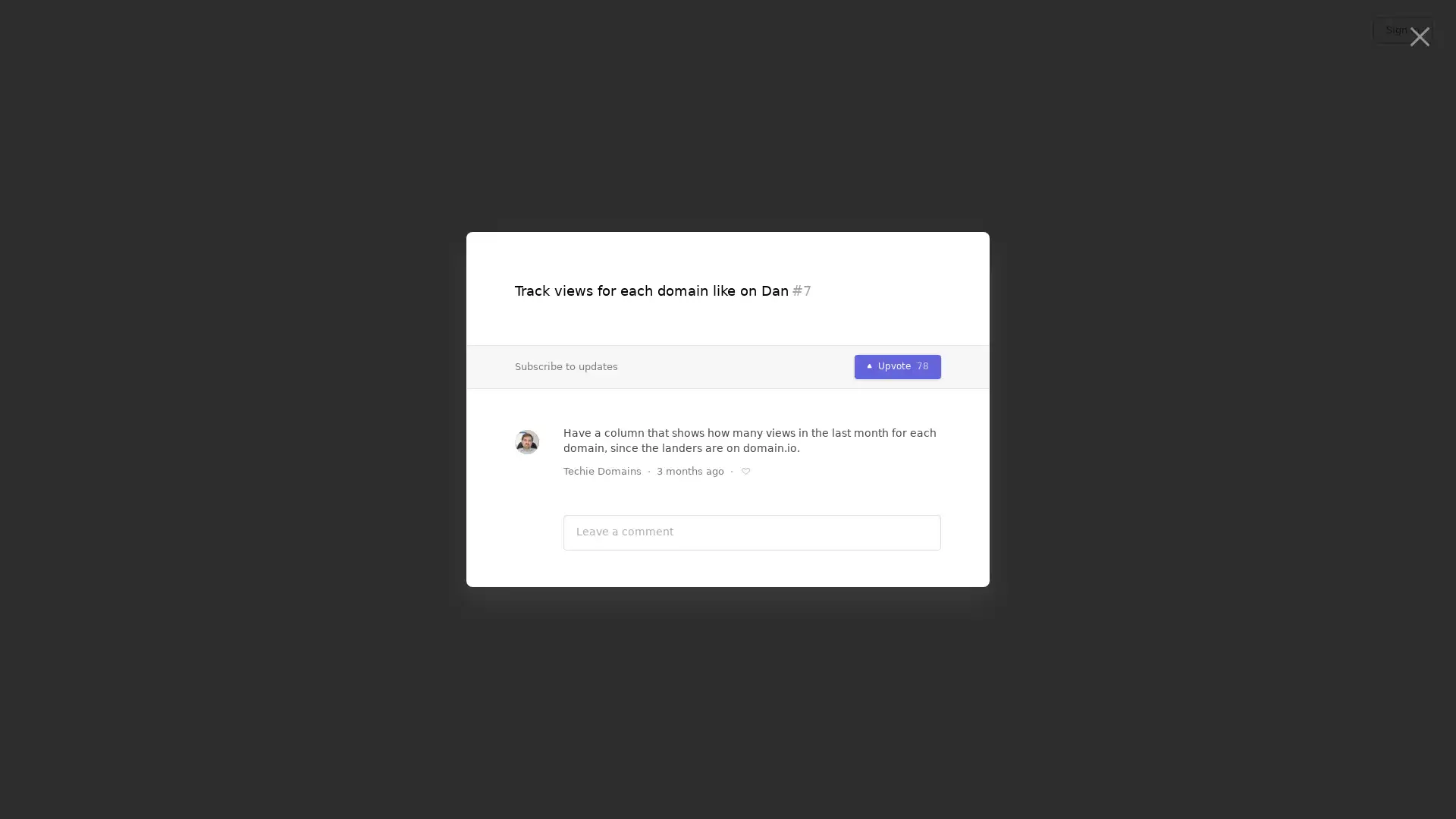  What do you see at coordinates (601, 470) in the screenshot?
I see `Techie Domains` at bounding box center [601, 470].